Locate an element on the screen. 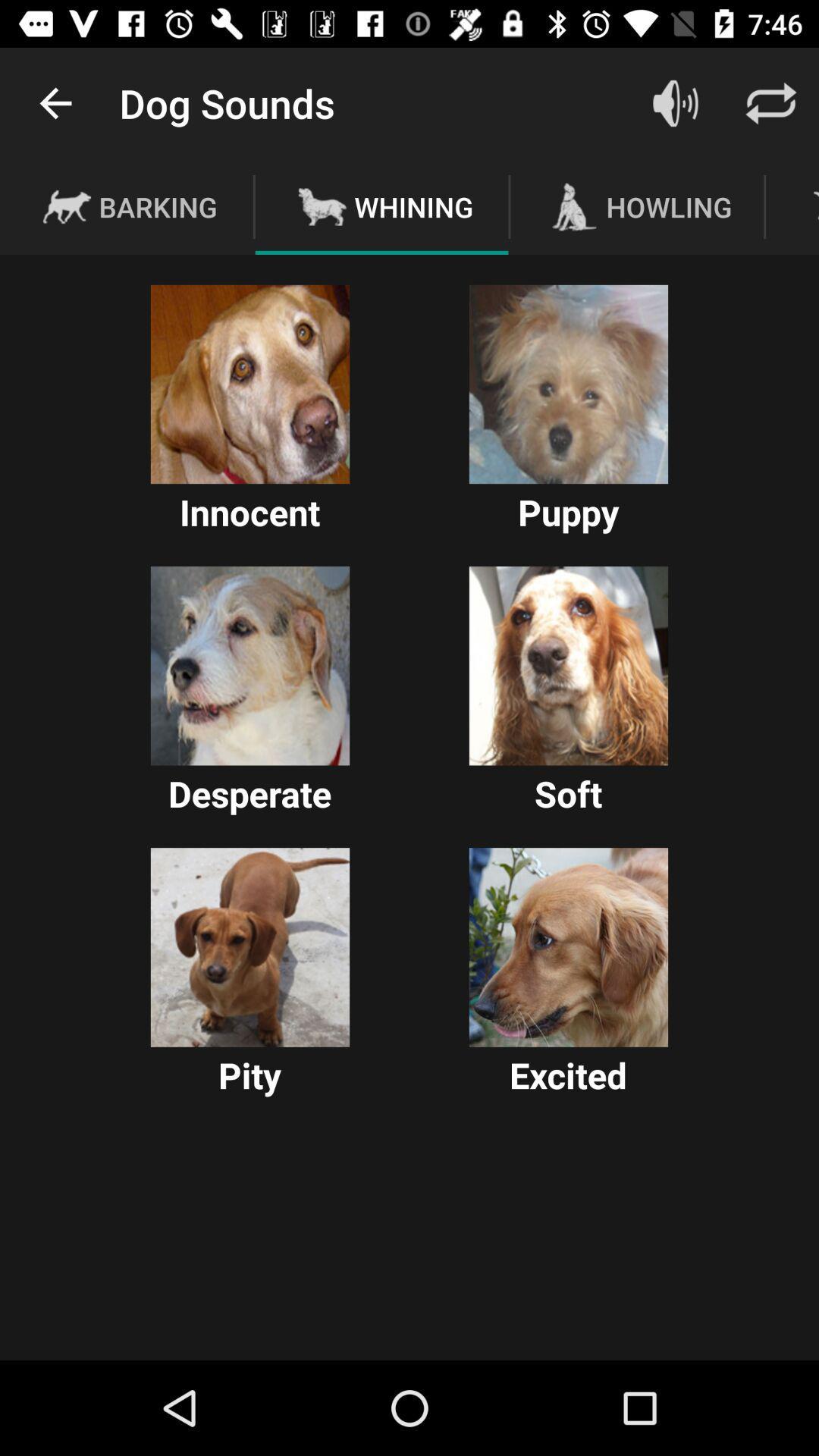 Image resolution: width=819 pixels, height=1456 pixels. the icon above the howling icon is located at coordinates (675, 102).